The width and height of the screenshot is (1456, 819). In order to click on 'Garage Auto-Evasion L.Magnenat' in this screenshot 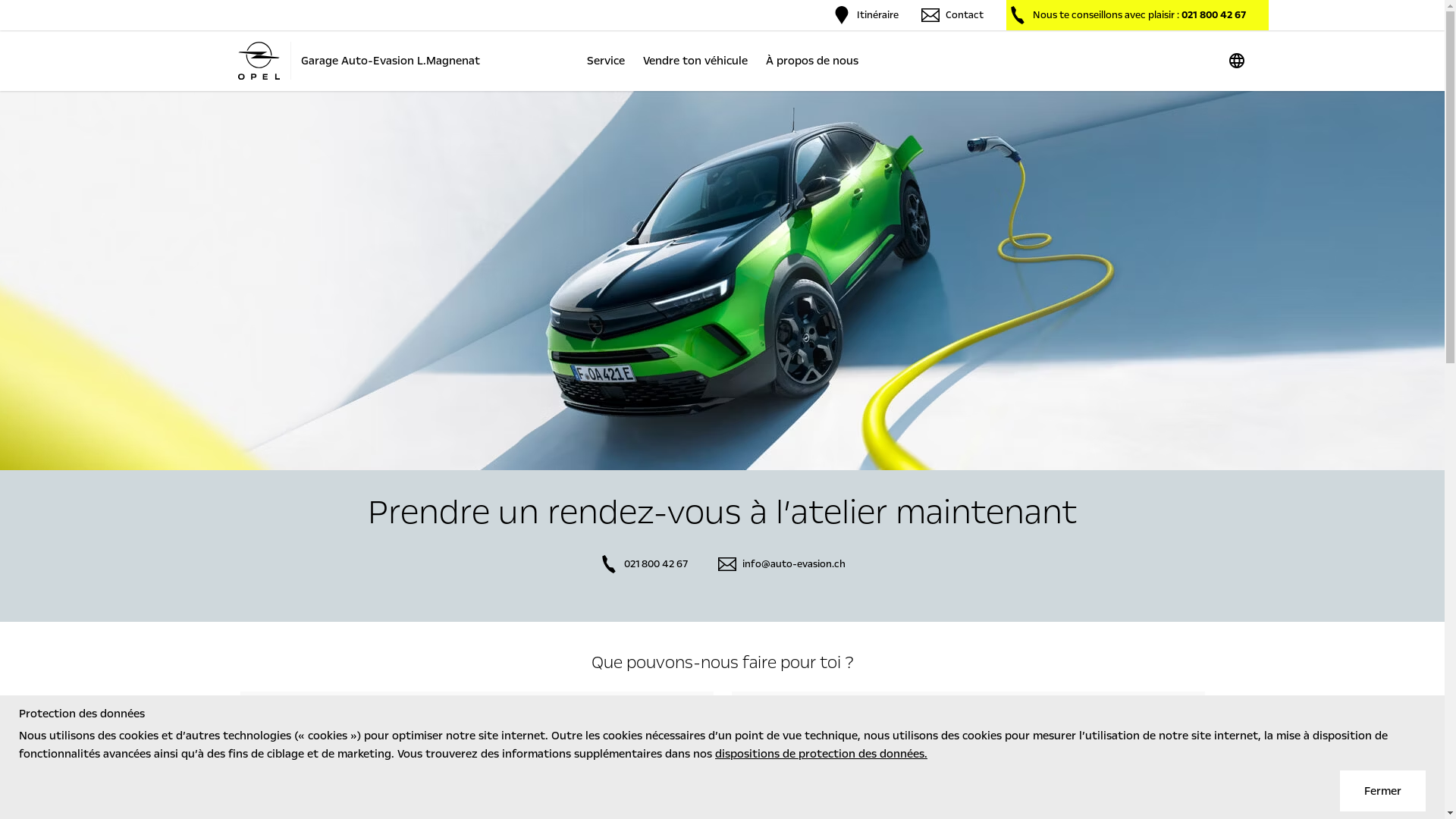, I will do `click(356, 60)`.